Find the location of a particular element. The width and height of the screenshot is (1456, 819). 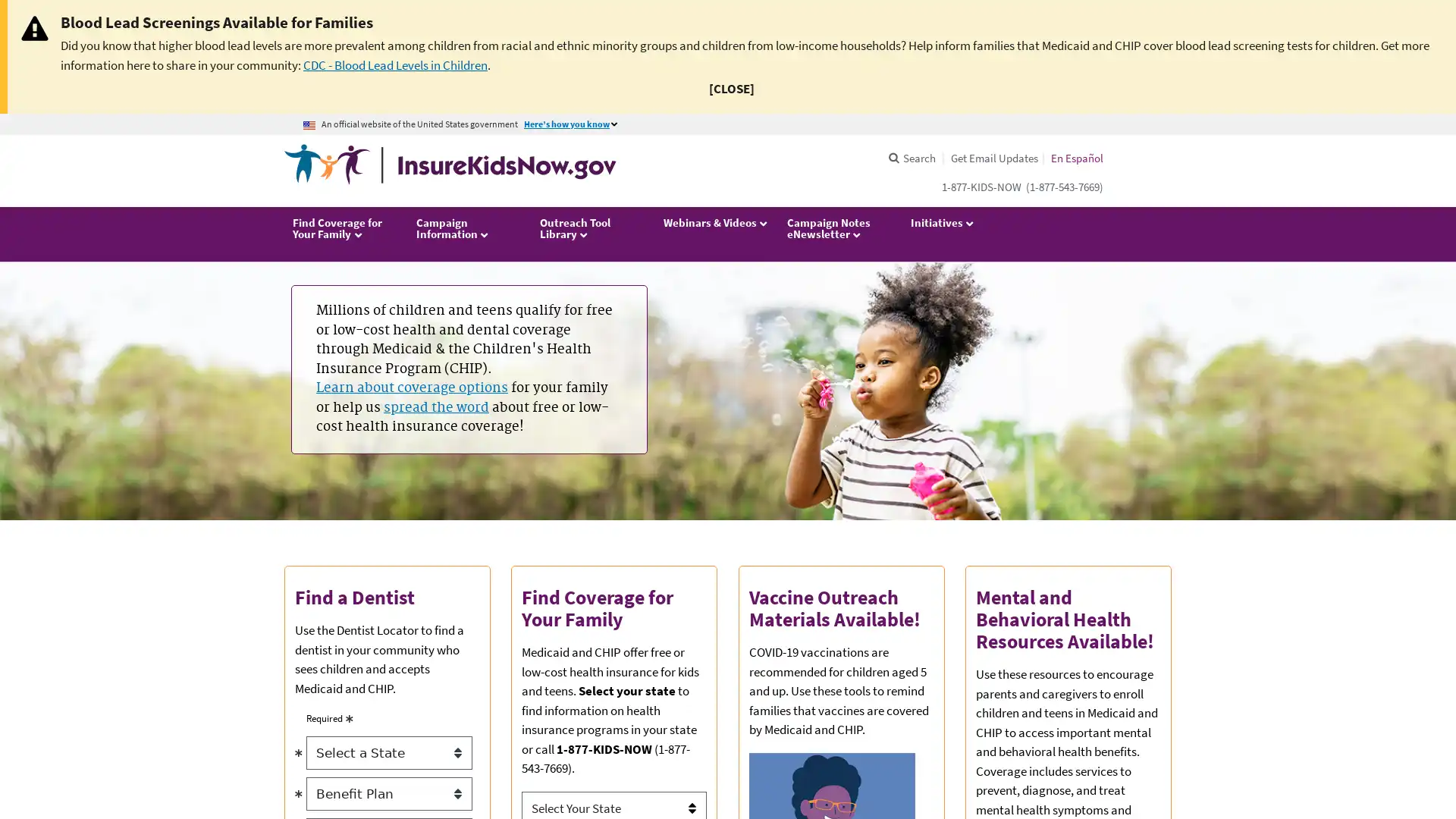

Heres how you know is located at coordinates (573, 124).